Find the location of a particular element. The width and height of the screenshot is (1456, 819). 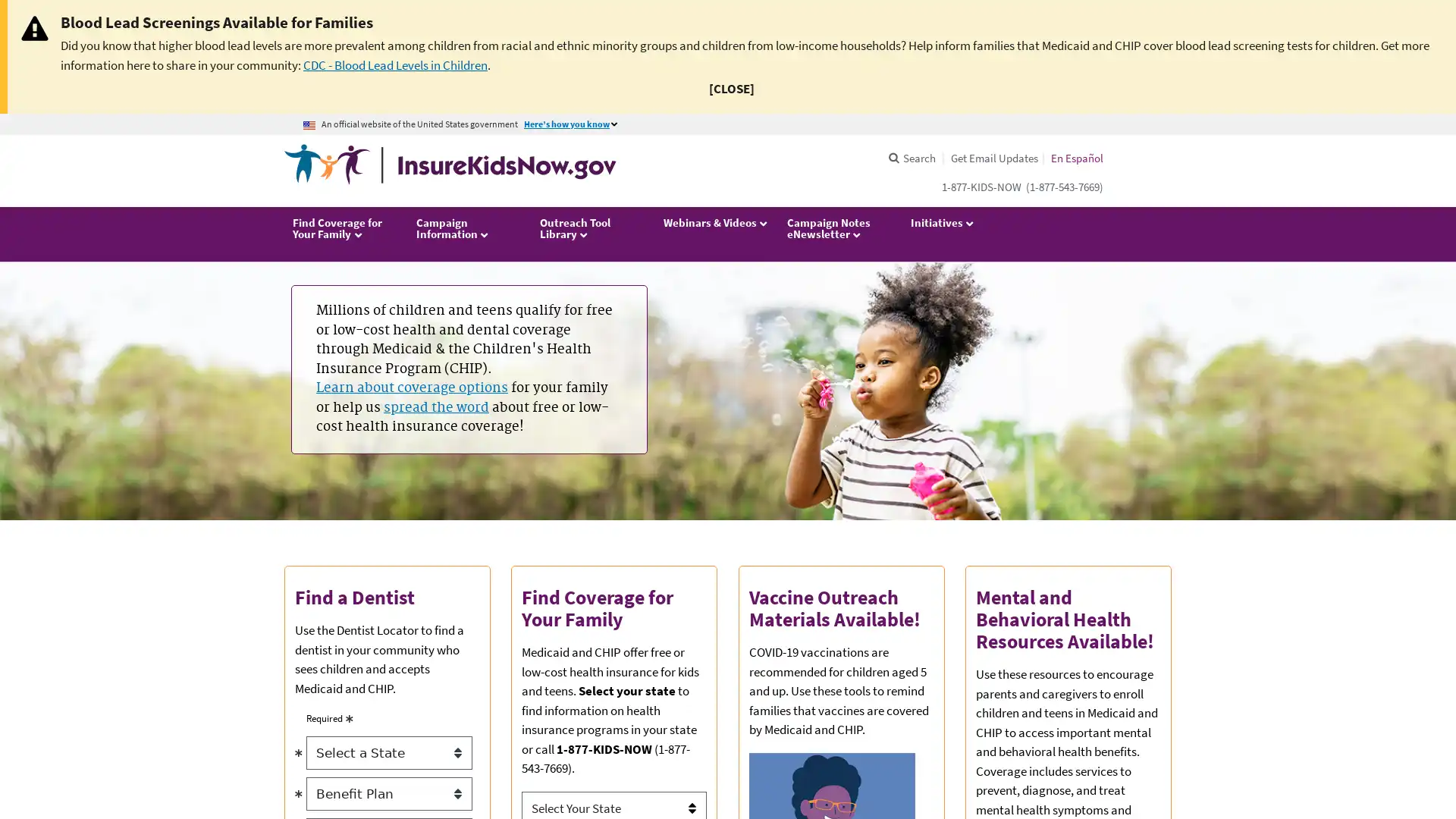

Heres how you know is located at coordinates (573, 124).